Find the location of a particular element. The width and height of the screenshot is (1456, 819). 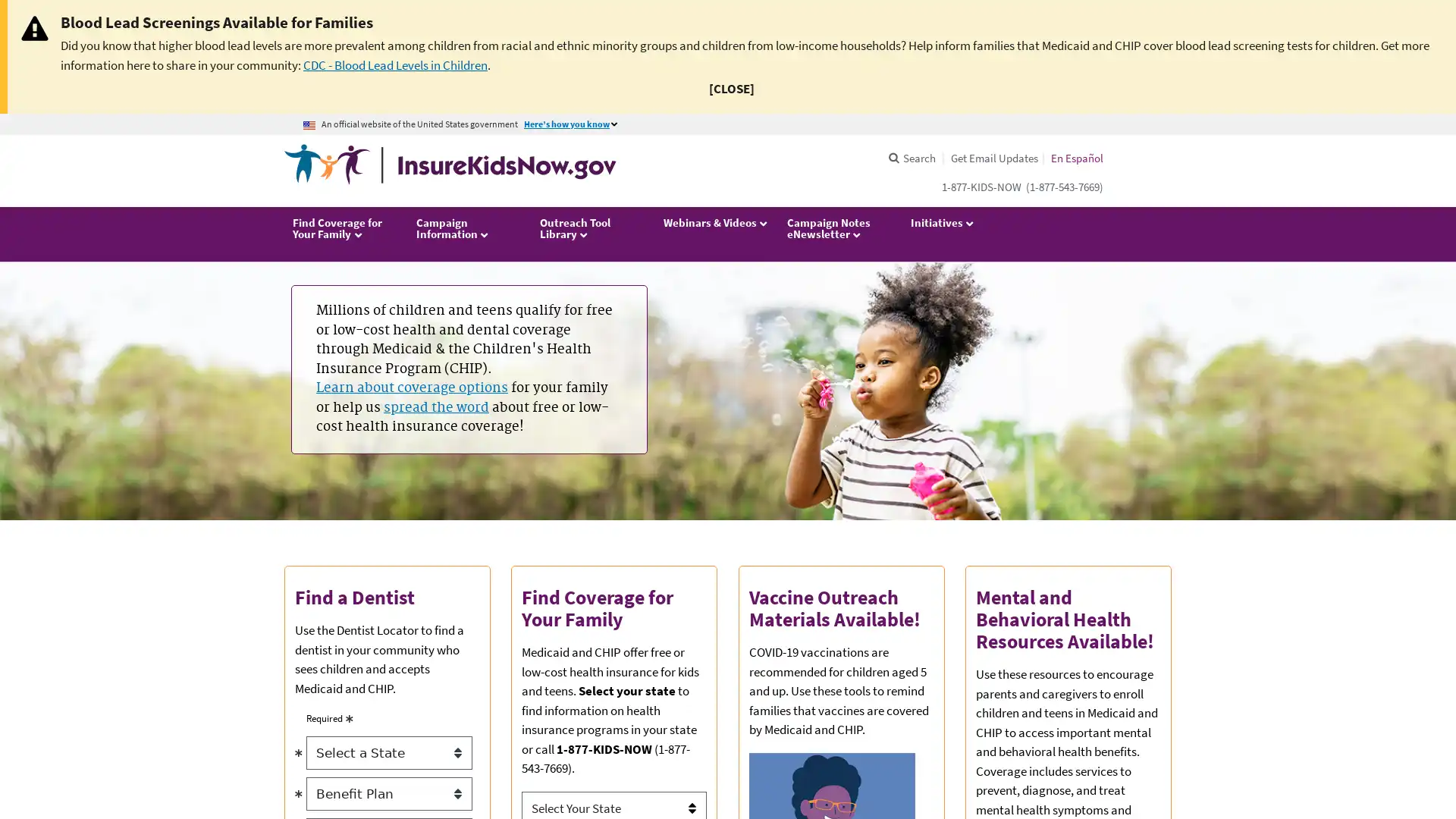

Heres how you know is located at coordinates (573, 124).